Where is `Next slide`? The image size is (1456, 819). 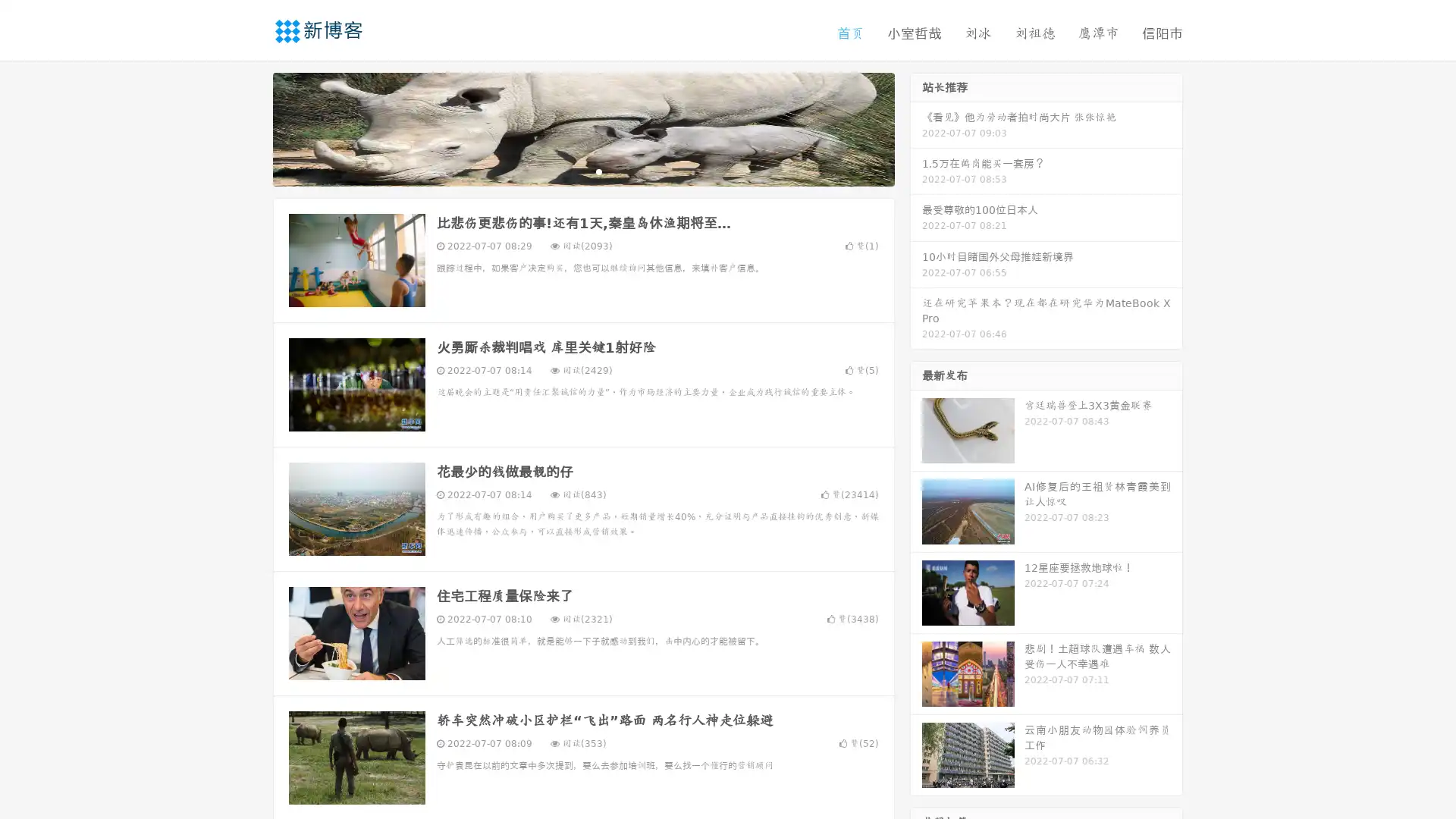 Next slide is located at coordinates (916, 127).